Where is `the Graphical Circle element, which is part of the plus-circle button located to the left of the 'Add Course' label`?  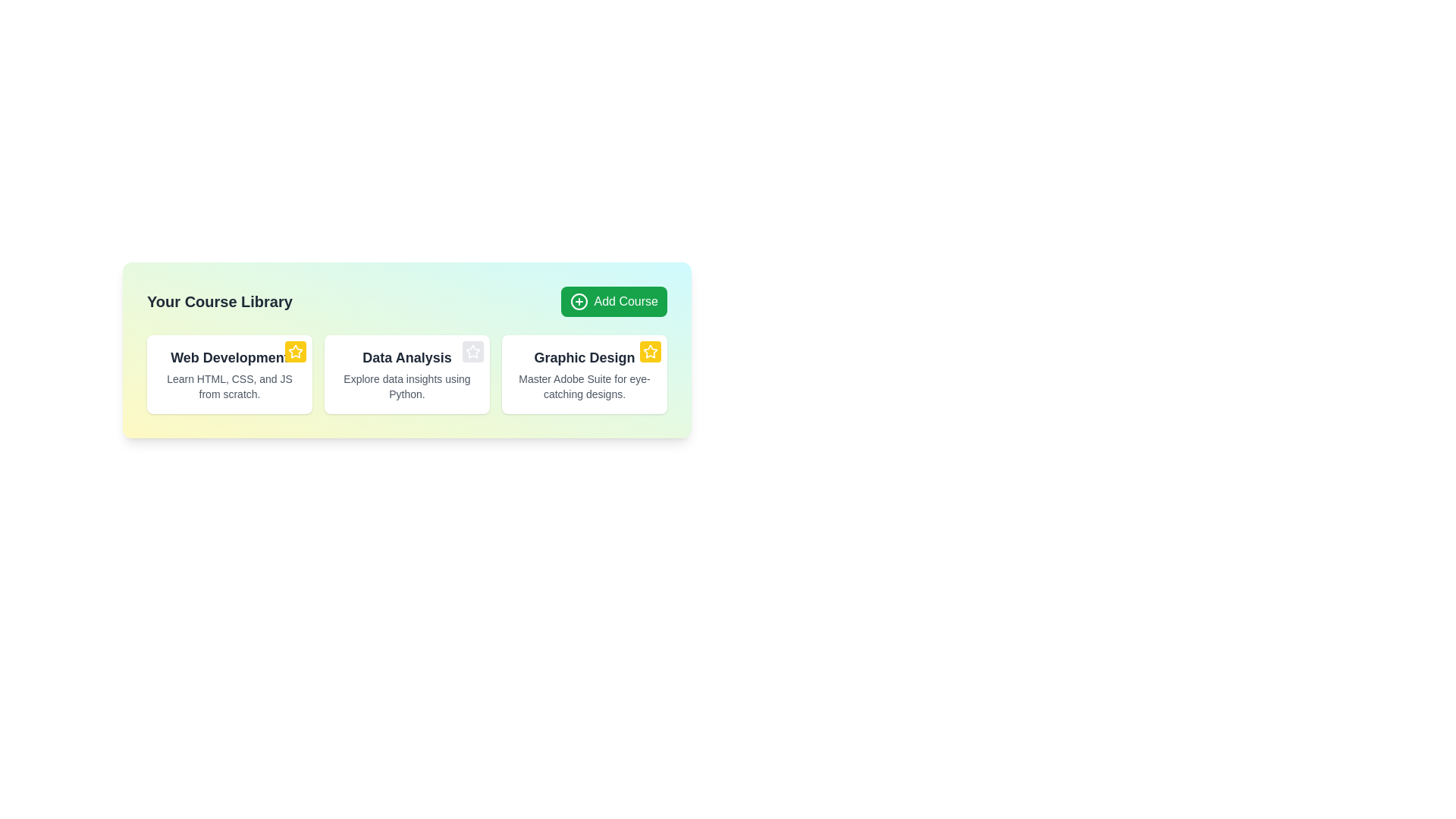 the Graphical Circle element, which is part of the plus-circle button located to the left of the 'Add Course' label is located at coordinates (578, 301).